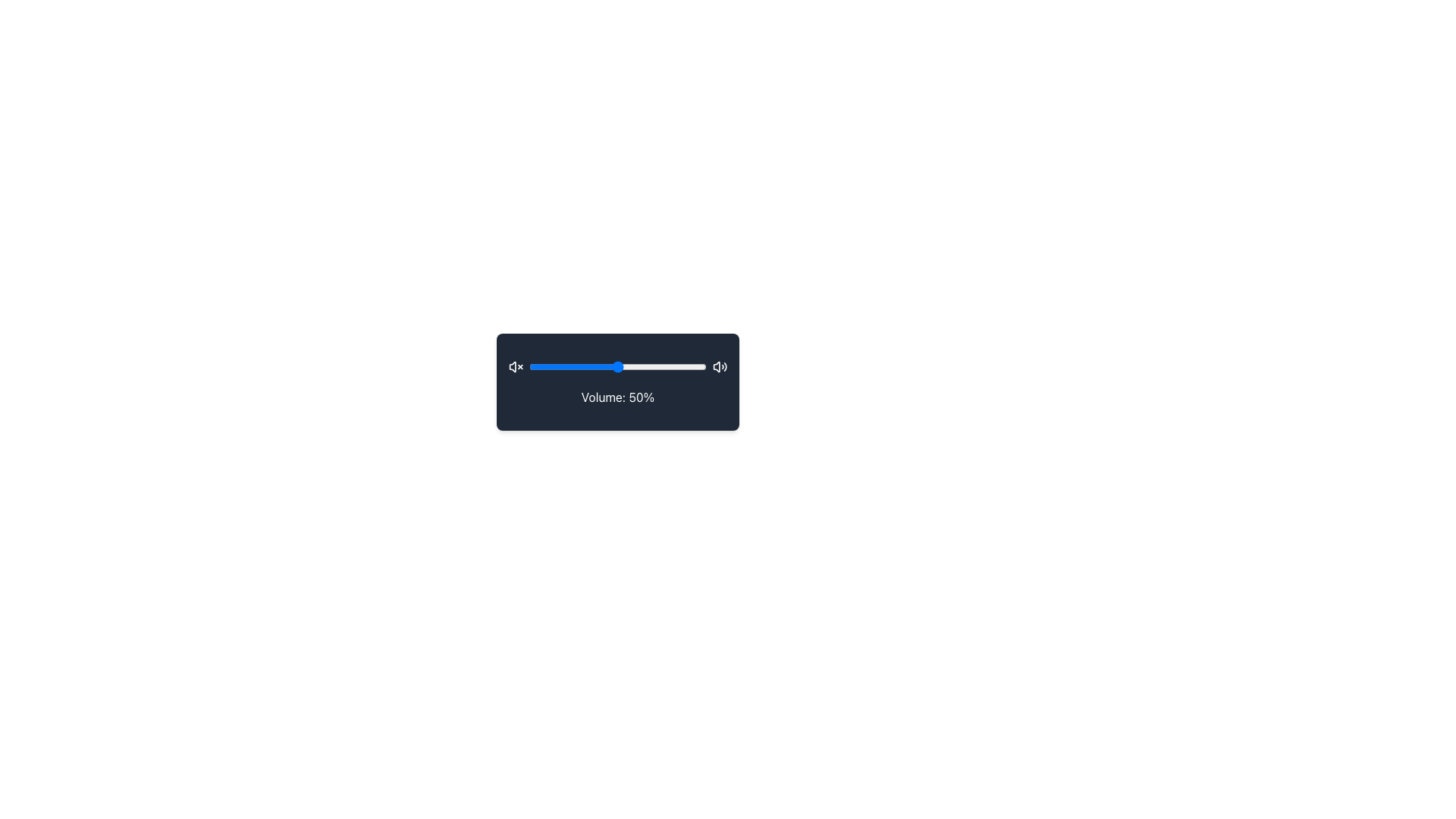  I want to click on the volume level, so click(664, 366).